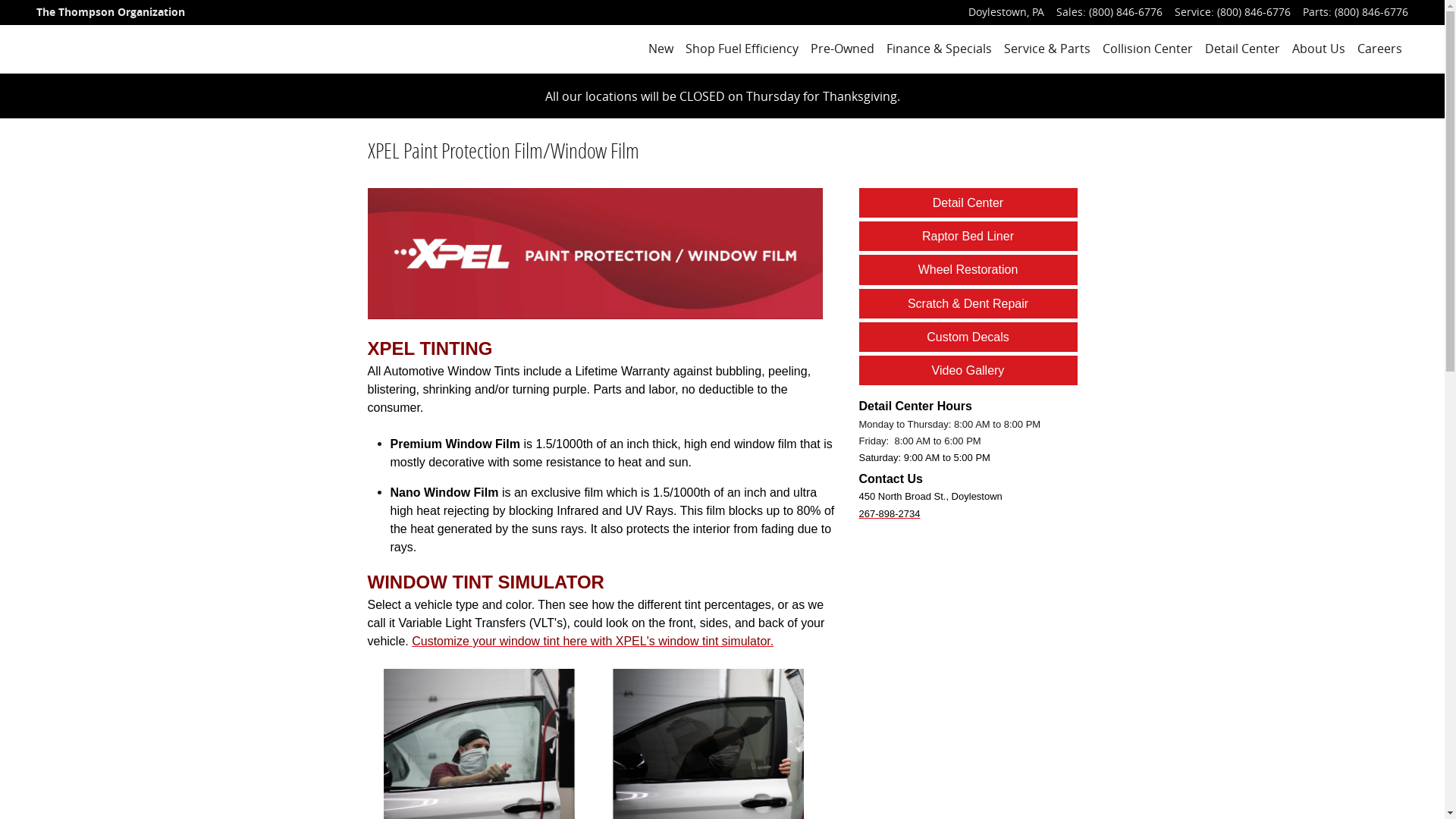  What do you see at coordinates (926, 336) in the screenshot?
I see `'Custom Decals'` at bounding box center [926, 336].